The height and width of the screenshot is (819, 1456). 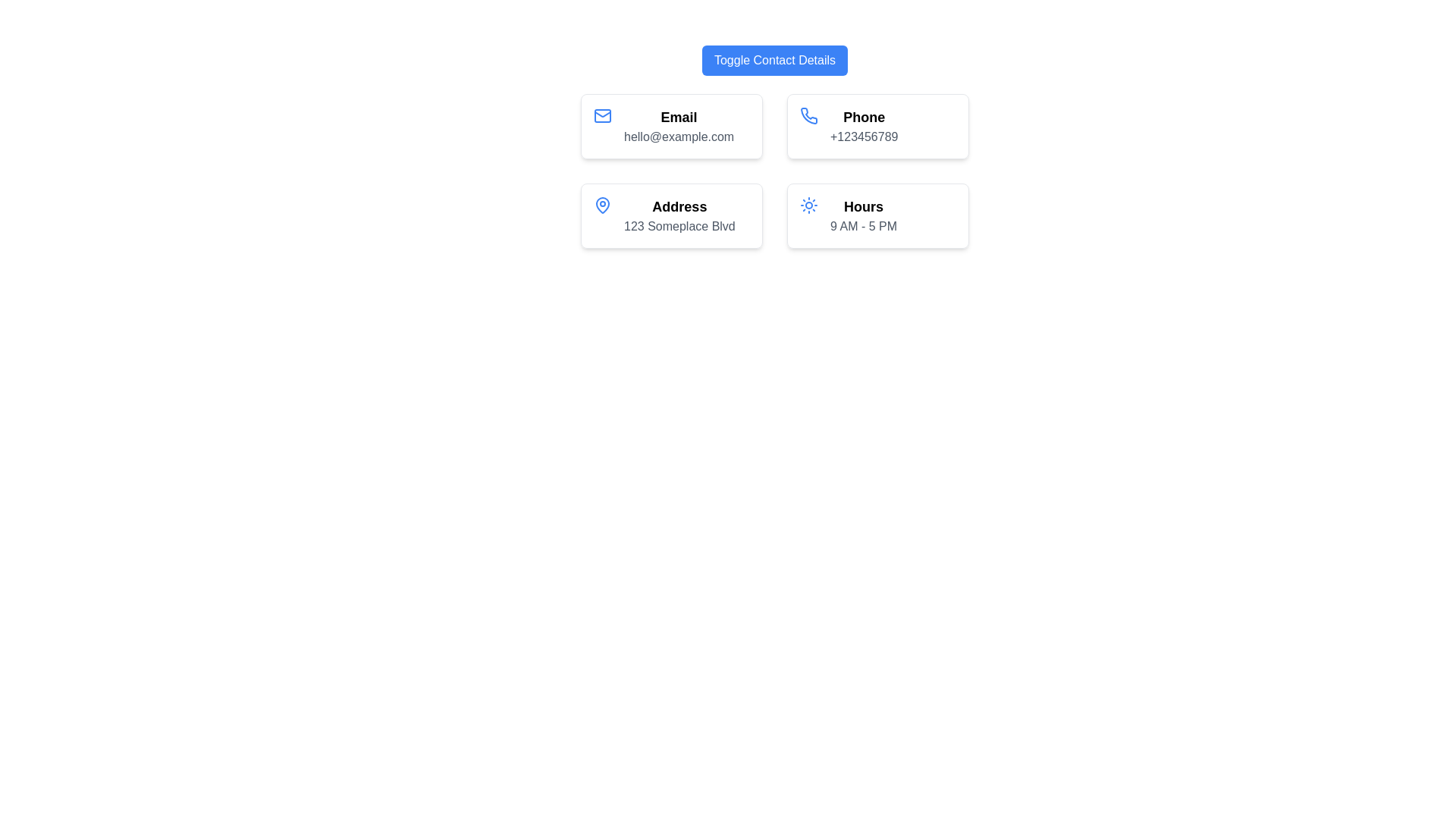 What do you see at coordinates (877, 216) in the screenshot?
I see `the Informational Display Card containing the text 'Hours' and the sun icon` at bounding box center [877, 216].